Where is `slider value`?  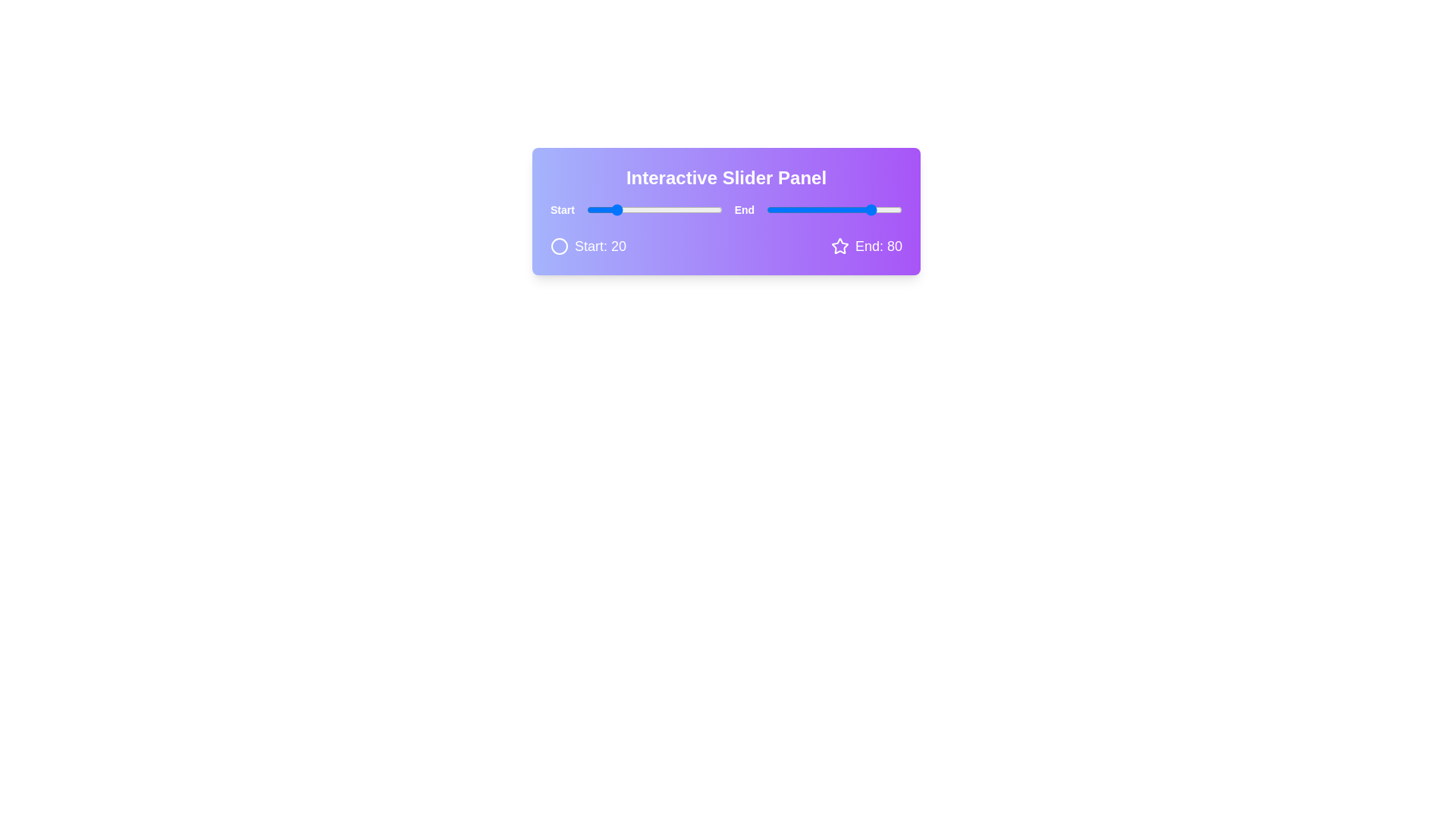 slider value is located at coordinates (687, 210).